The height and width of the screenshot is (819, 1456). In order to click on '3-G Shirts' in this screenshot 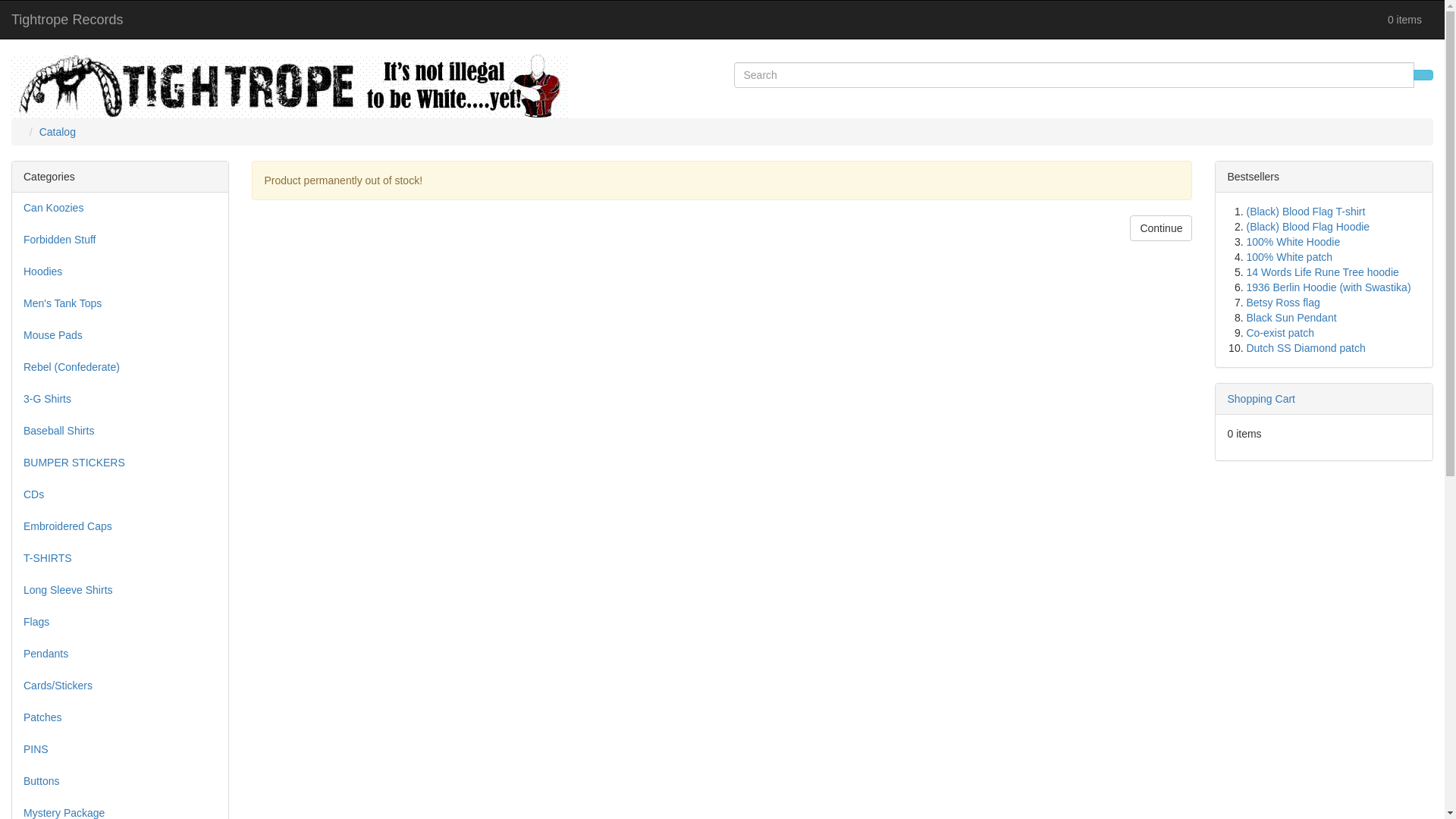, I will do `click(119, 397)`.